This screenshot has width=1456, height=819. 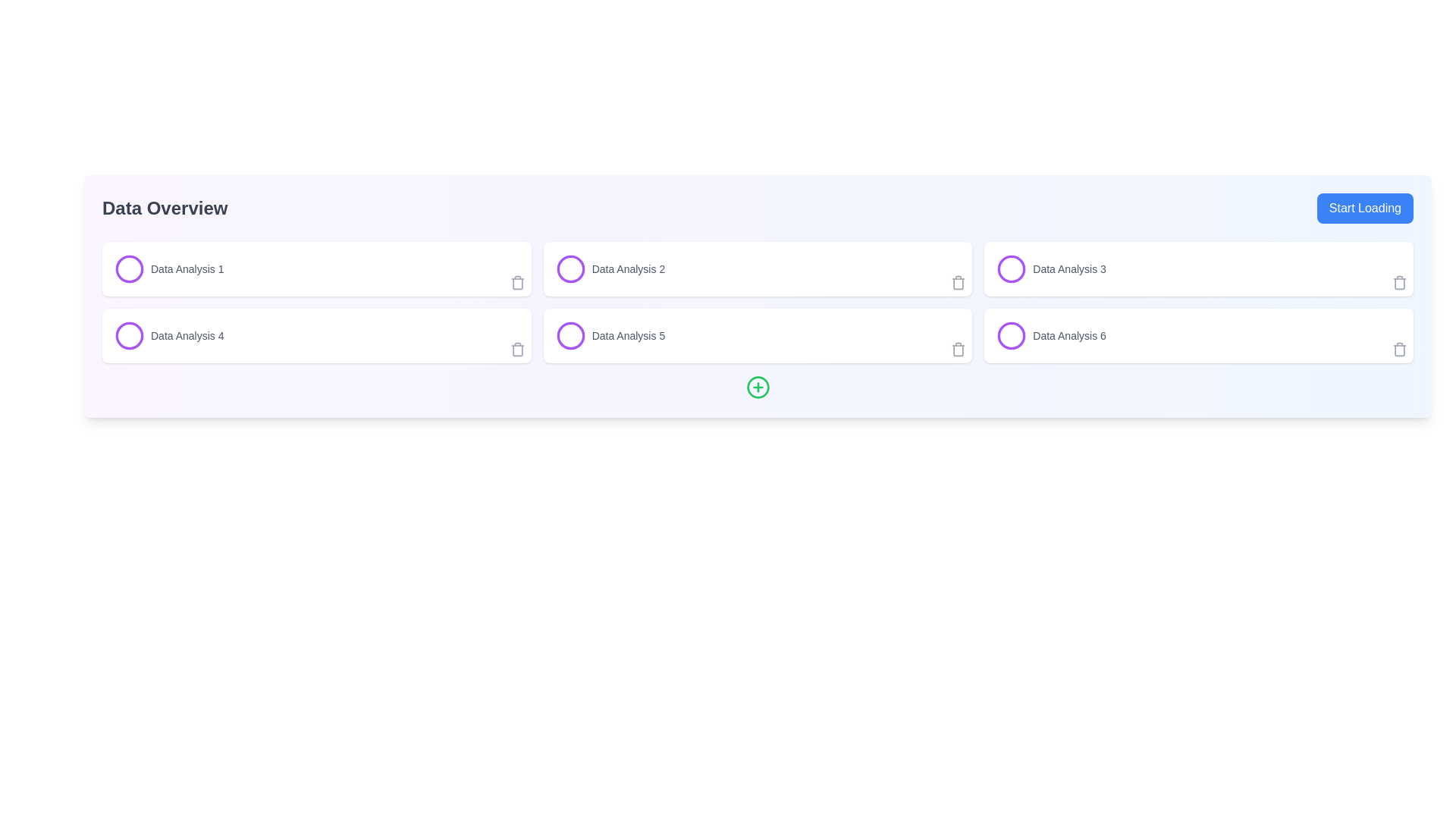 What do you see at coordinates (1365, 208) in the screenshot?
I see `the loading button located in the top-right corner of the 'Data Overview' section` at bounding box center [1365, 208].